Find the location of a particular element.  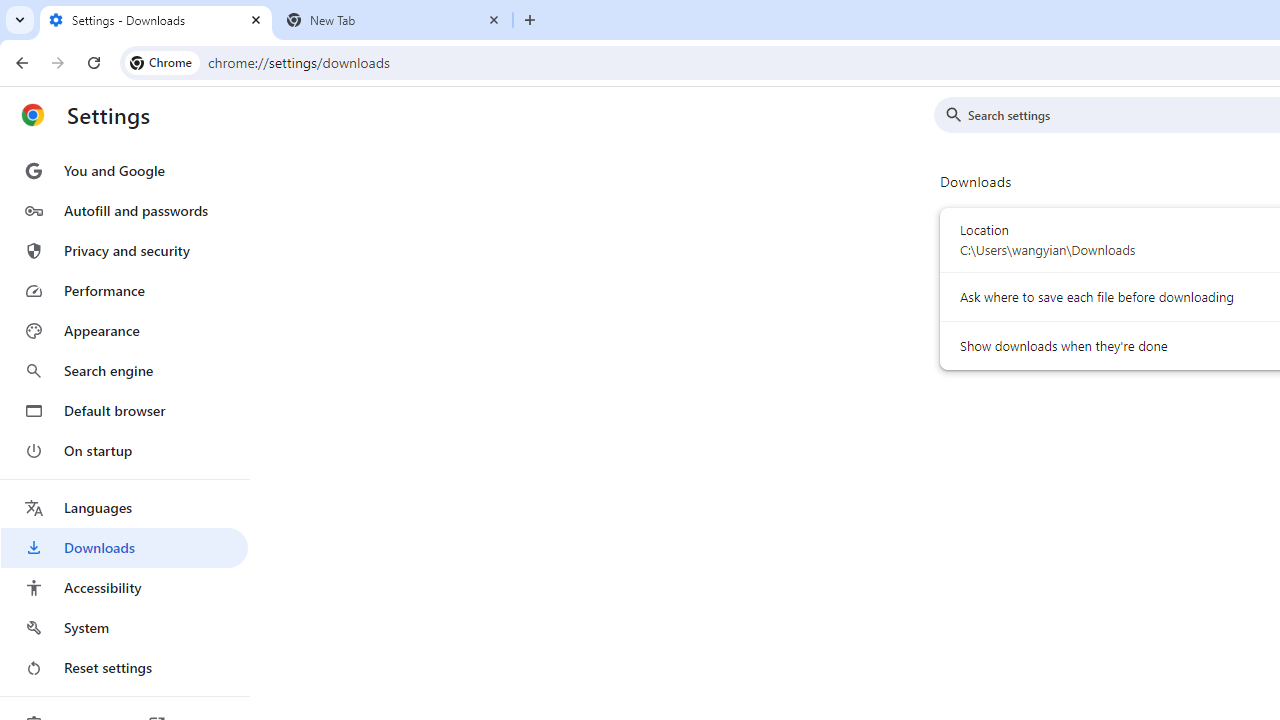

'You and Google' is located at coordinates (123, 170).